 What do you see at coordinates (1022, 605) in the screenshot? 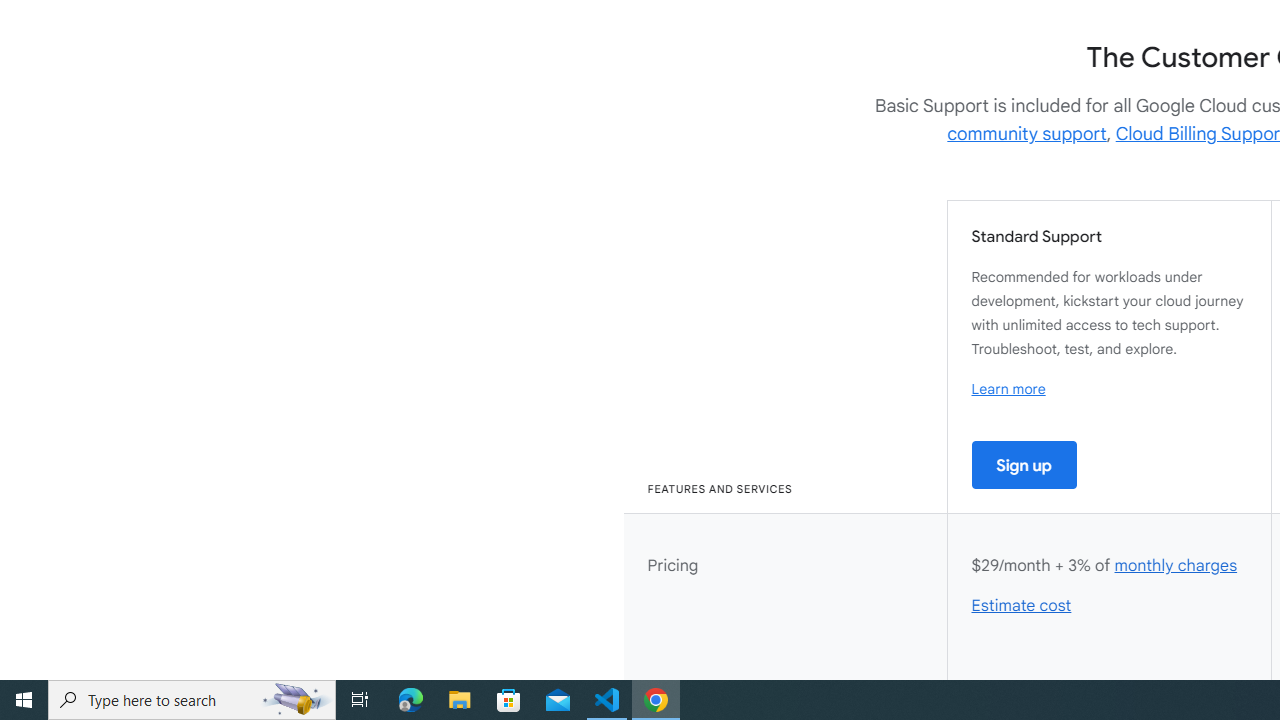
I see `'Estimate cost'` at bounding box center [1022, 605].